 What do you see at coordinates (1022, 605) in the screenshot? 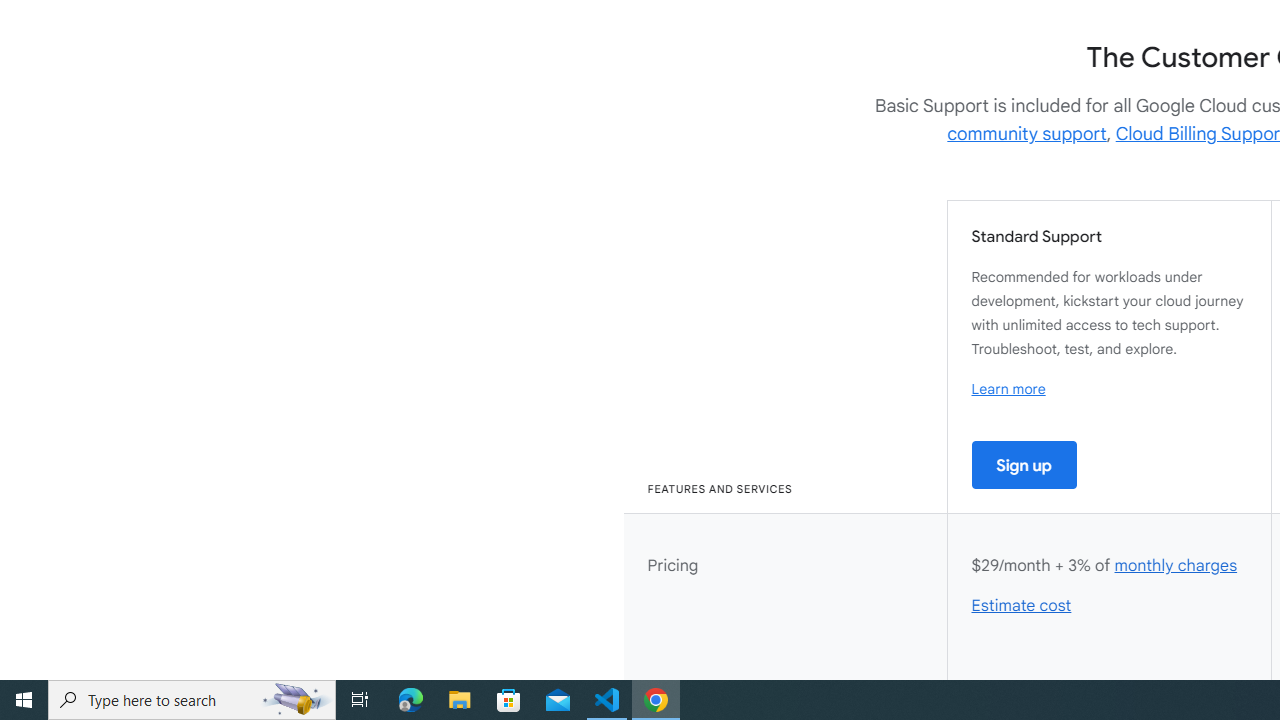
I see `'Estimate cost'` at bounding box center [1022, 605].